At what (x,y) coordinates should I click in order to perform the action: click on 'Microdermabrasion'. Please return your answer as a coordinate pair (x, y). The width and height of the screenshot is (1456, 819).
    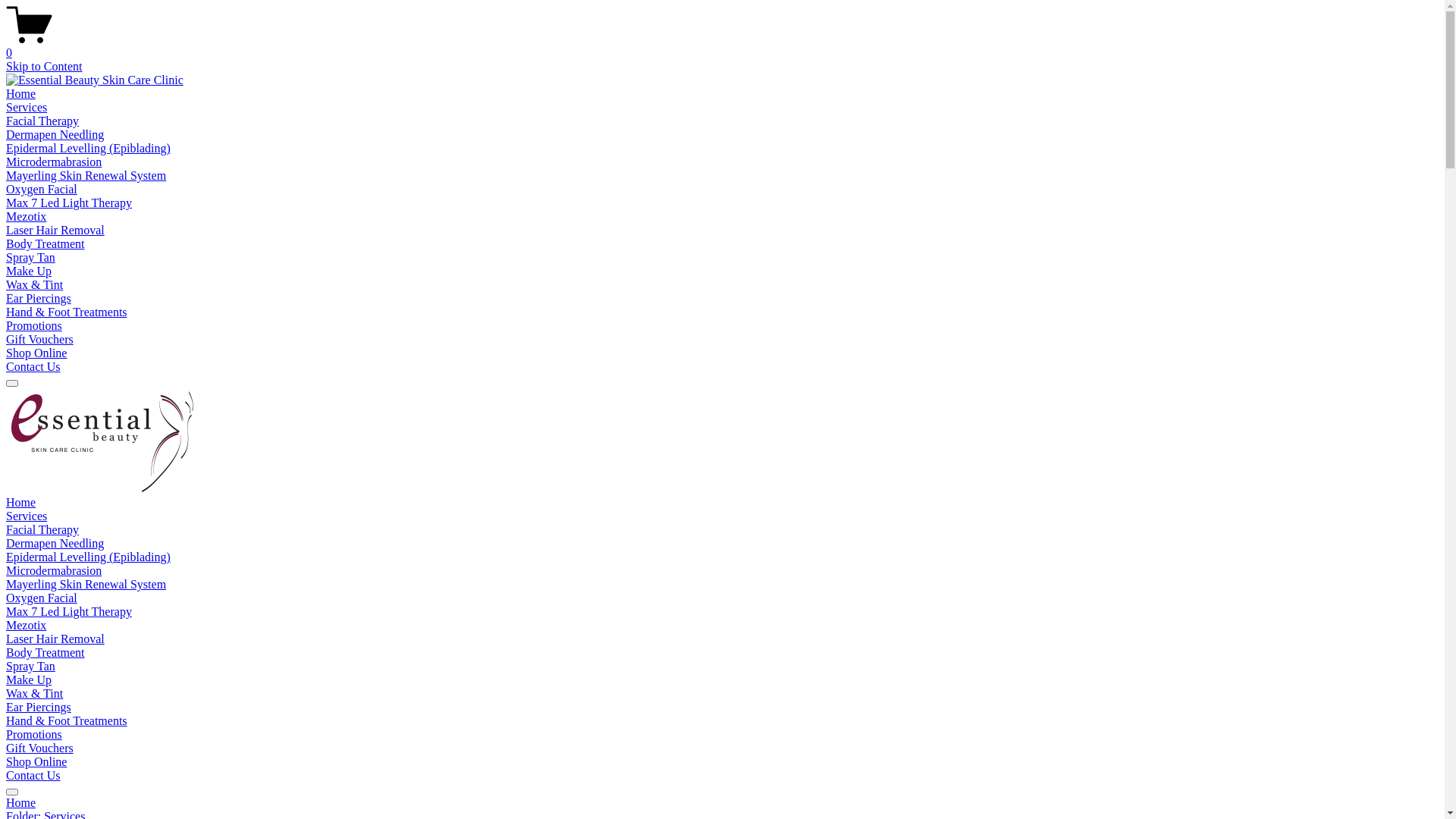
    Looking at the image, I should click on (6, 162).